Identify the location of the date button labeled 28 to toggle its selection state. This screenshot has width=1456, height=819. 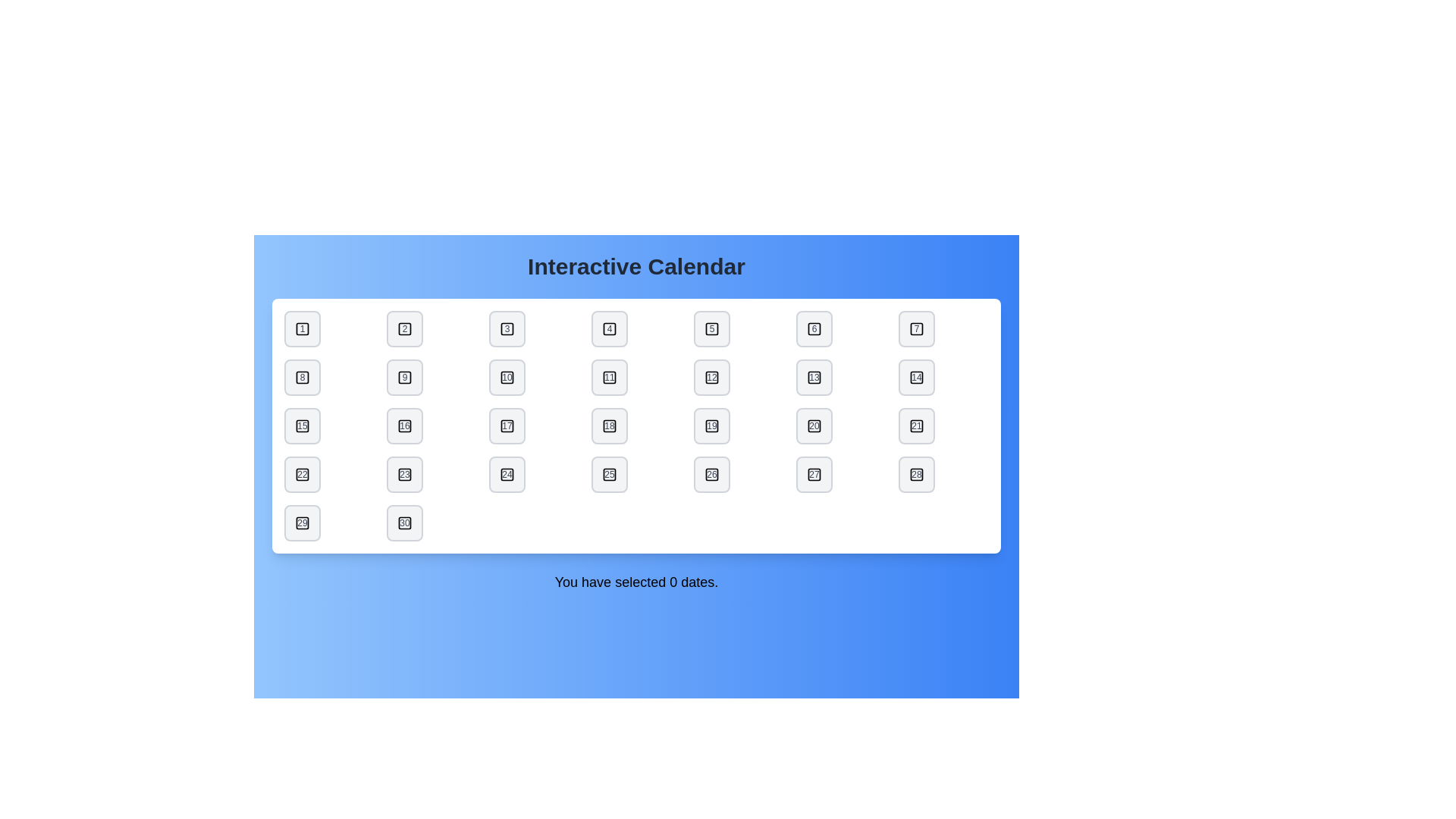
(916, 473).